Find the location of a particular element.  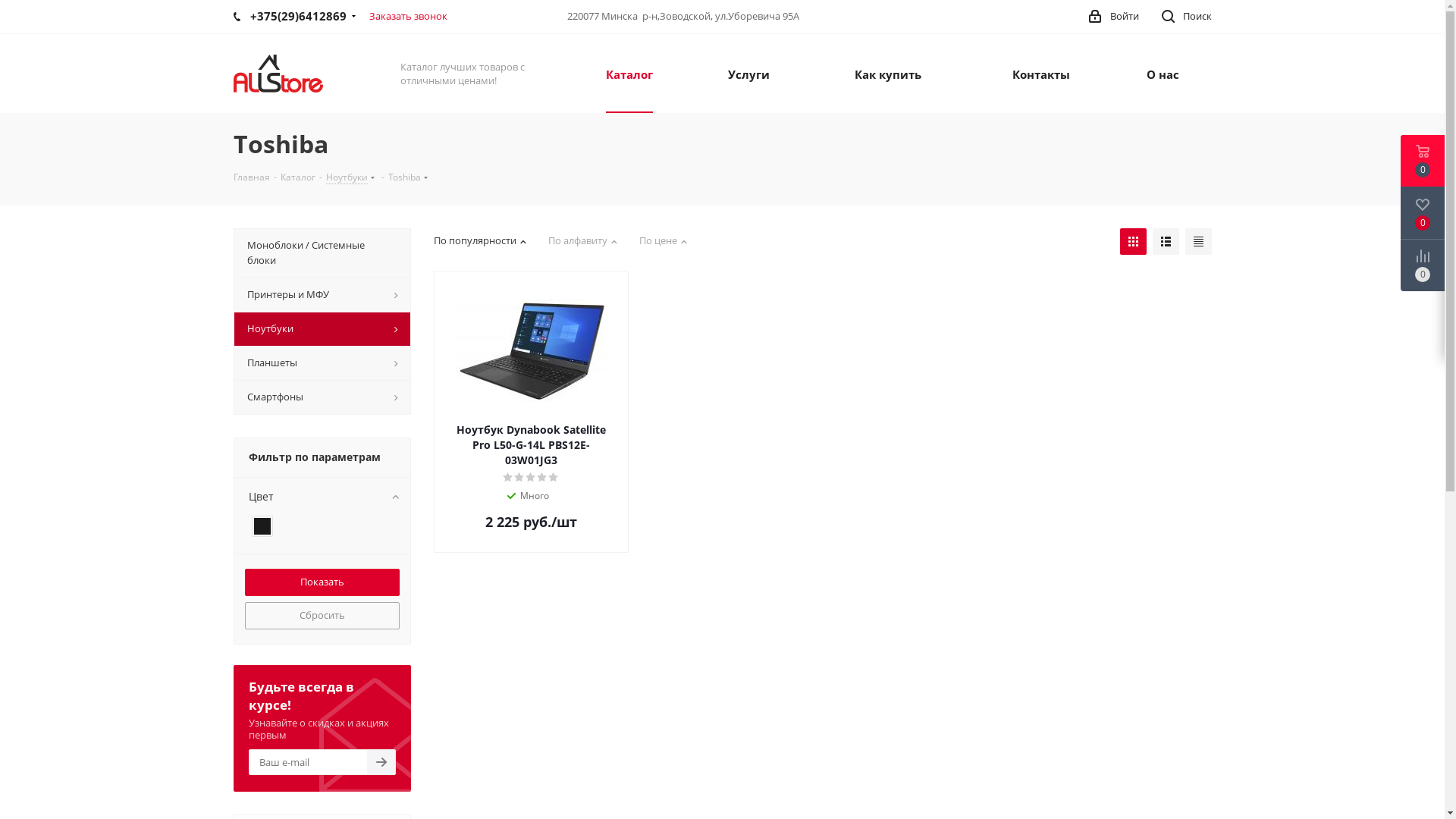

'2' is located at coordinates (519, 476).